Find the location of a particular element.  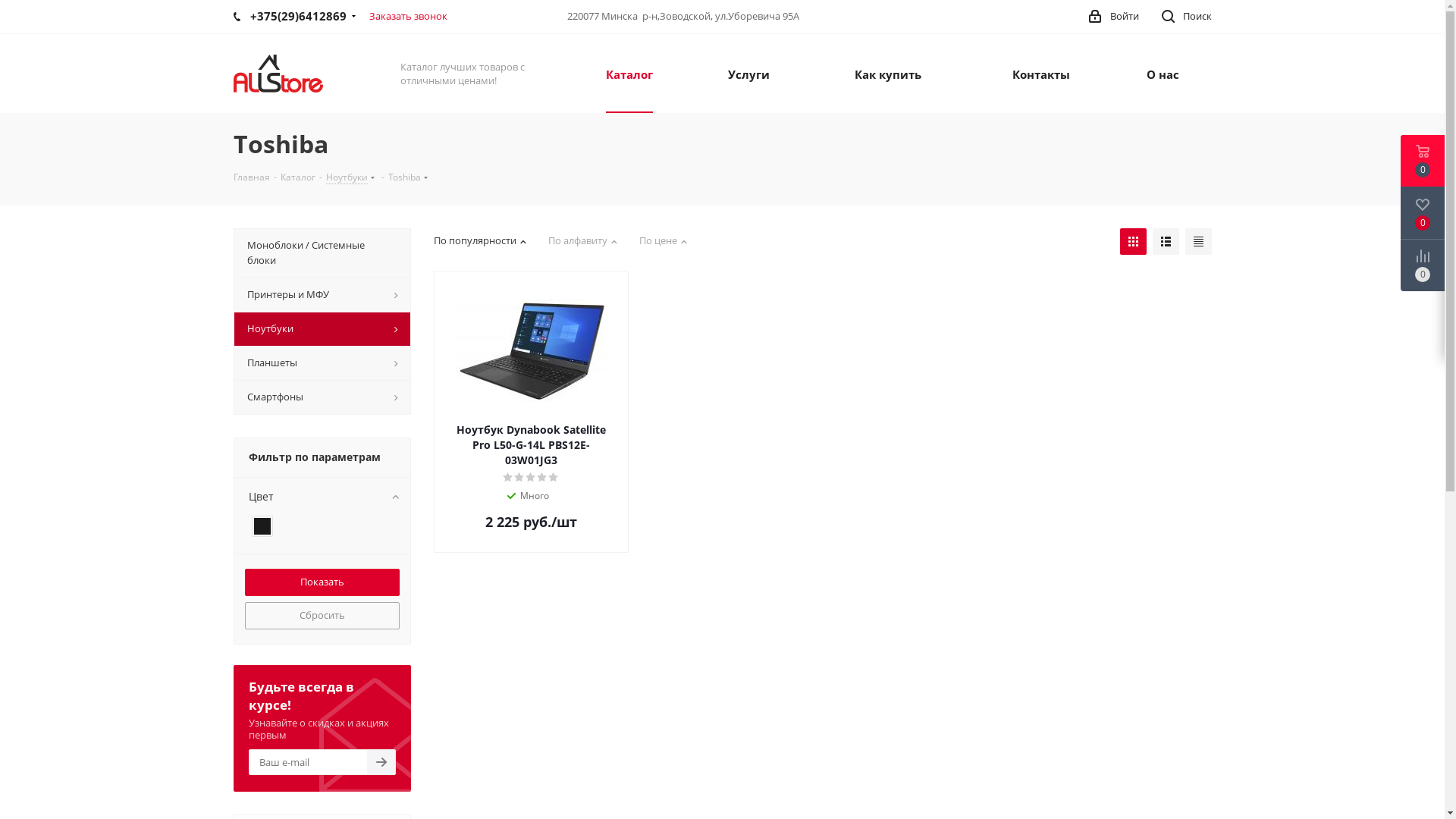

'2' is located at coordinates (519, 476).